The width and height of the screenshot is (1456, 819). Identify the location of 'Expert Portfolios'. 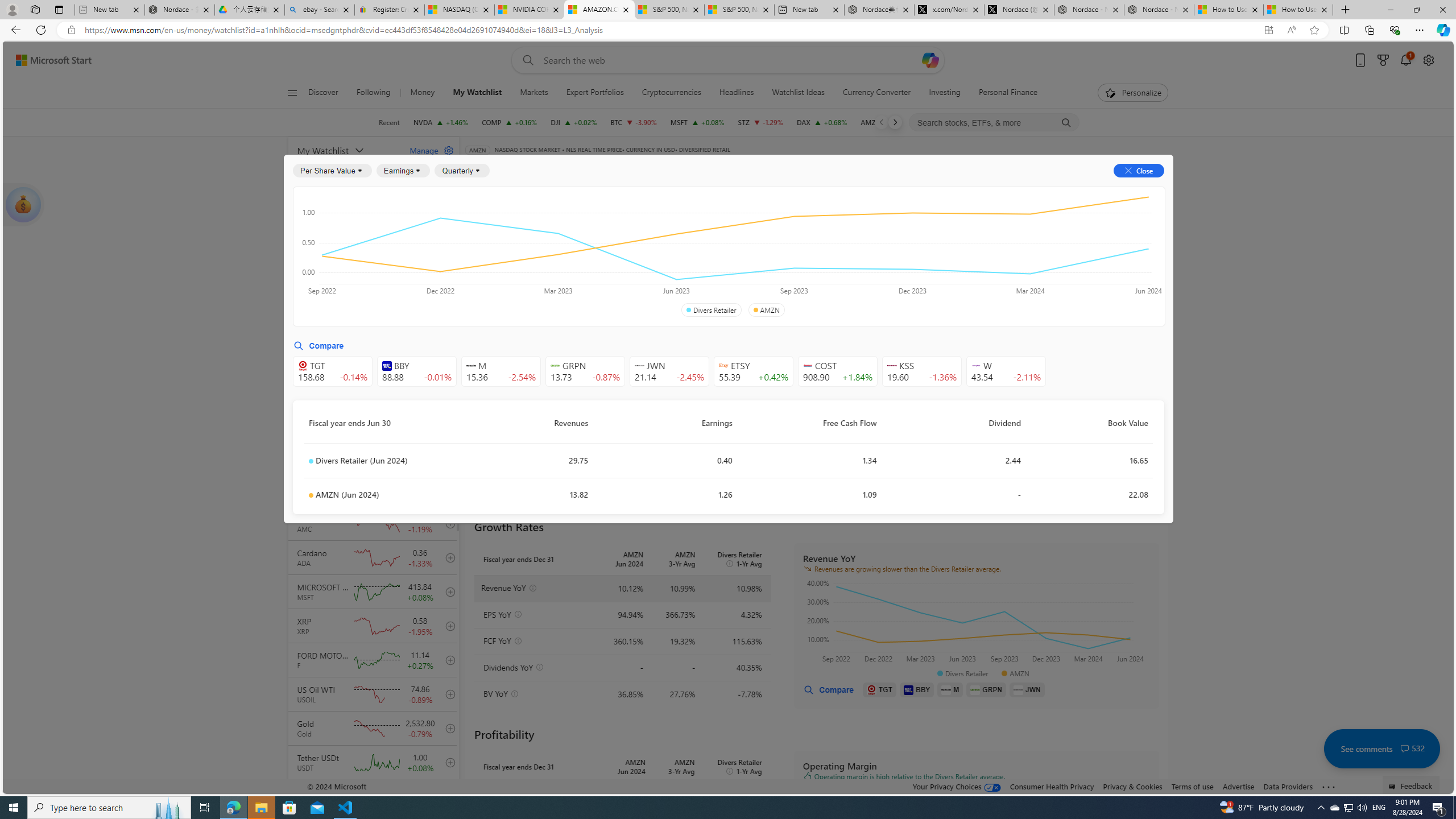
(595, 92).